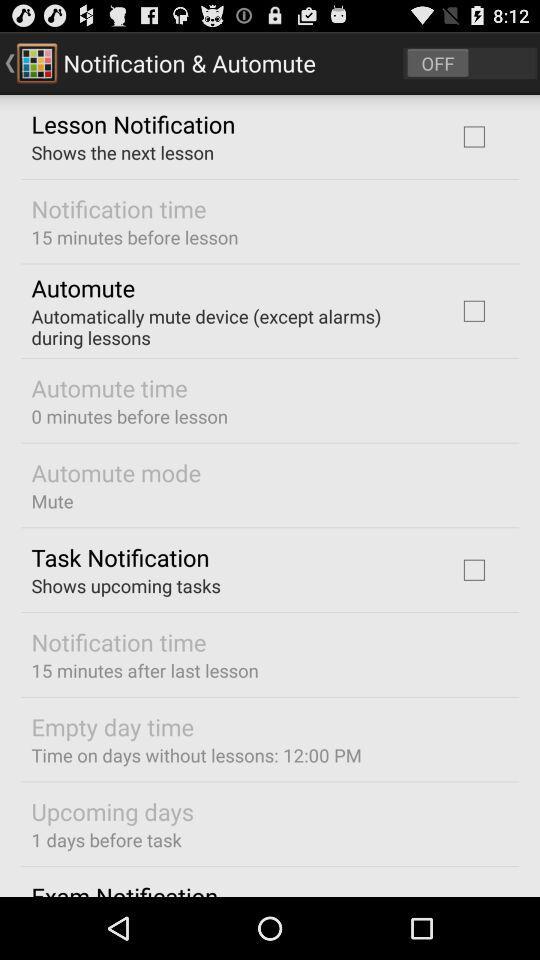  I want to click on shows upcoming tasks icon, so click(126, 585).